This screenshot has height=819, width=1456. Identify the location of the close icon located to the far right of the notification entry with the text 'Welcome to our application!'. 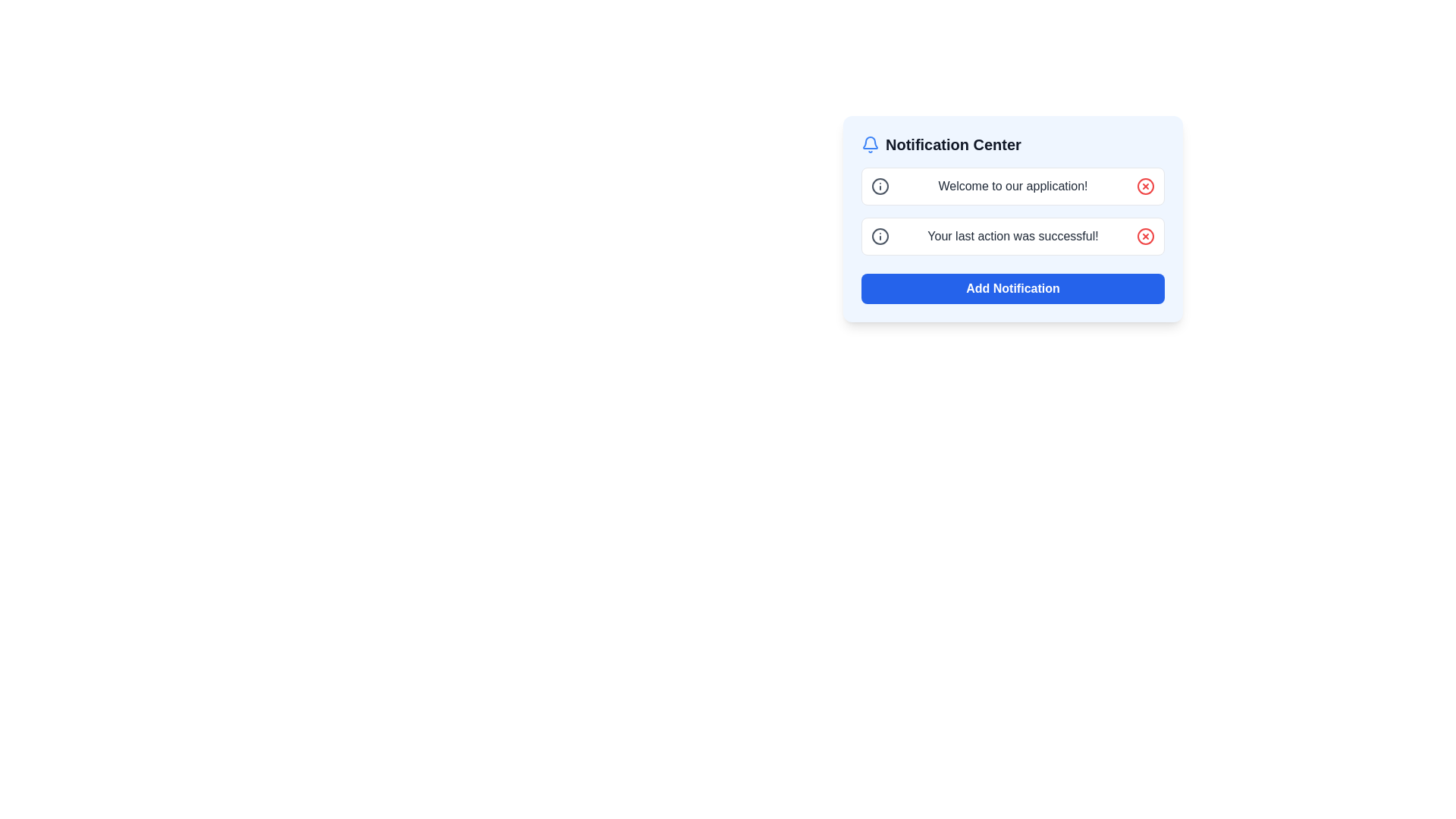
(1146, 186).